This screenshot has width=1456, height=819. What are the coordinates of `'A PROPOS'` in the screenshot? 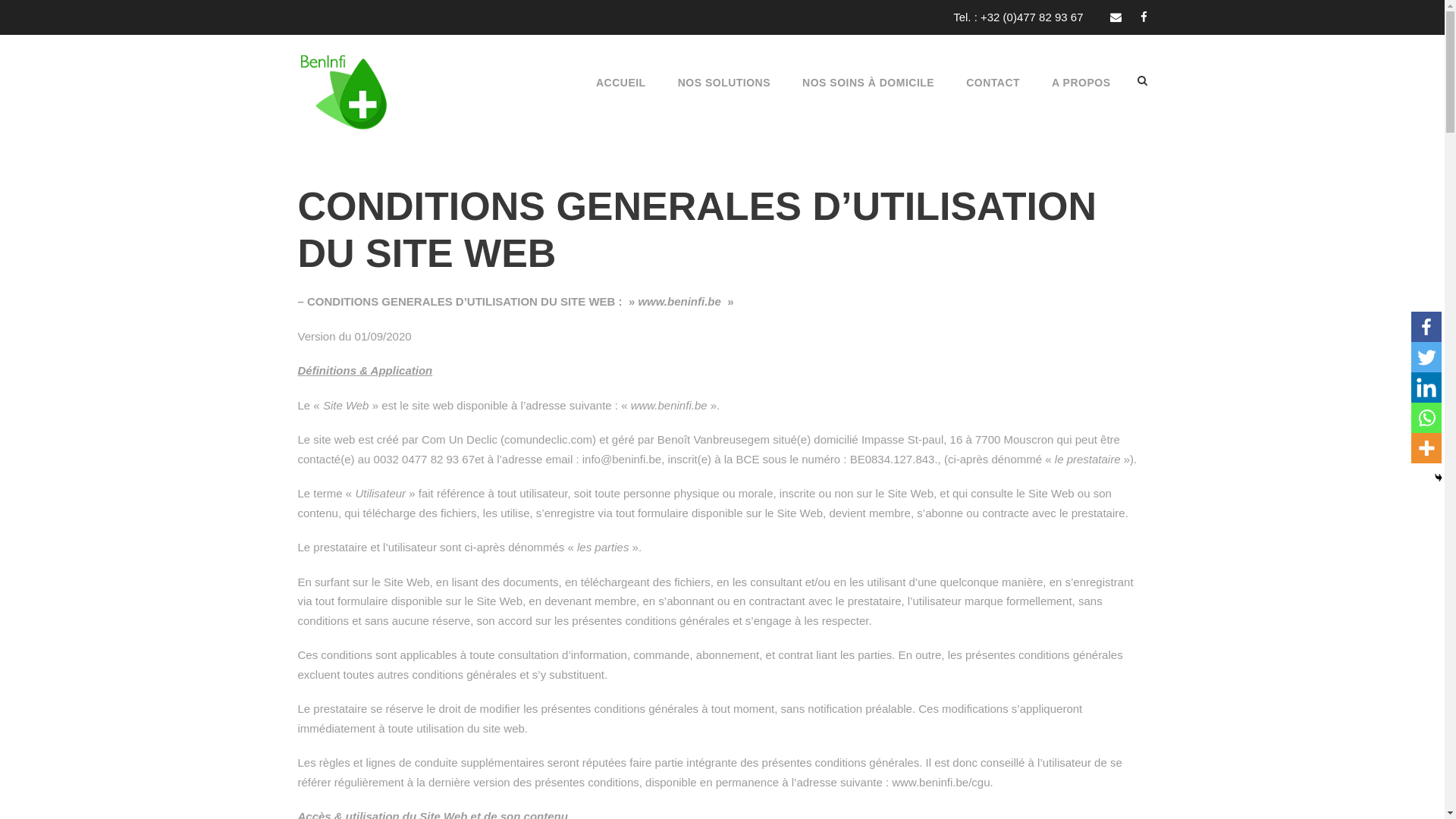 It's located at (1080, 100).